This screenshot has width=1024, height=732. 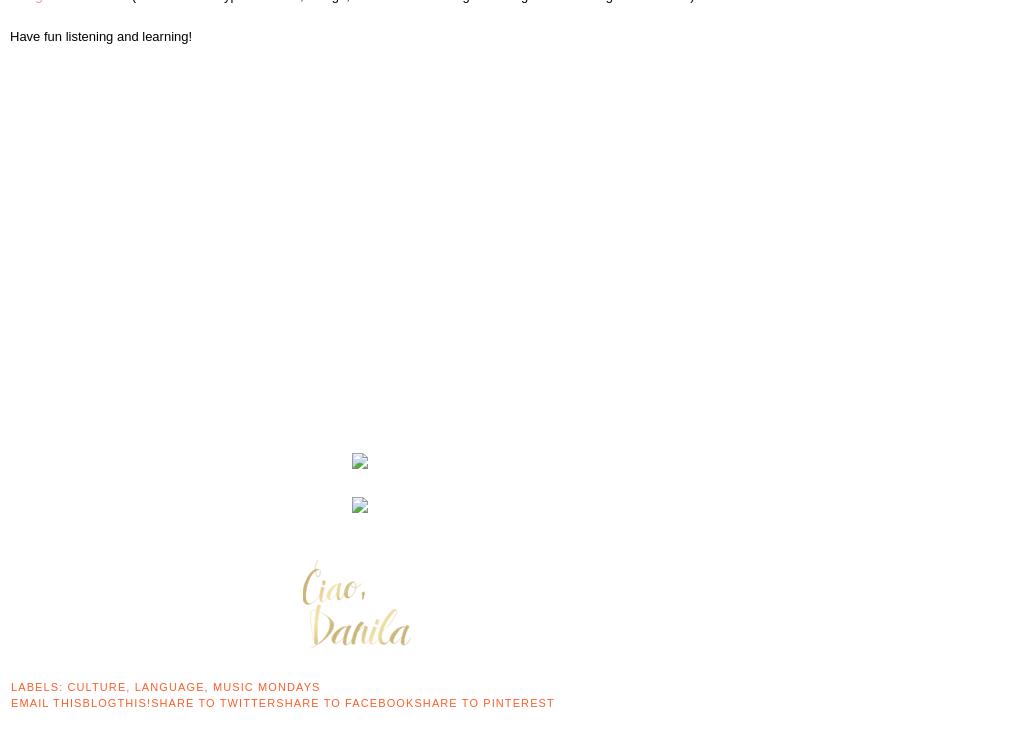 I want to click on 'Share to Facebook', so click(x=344, y=701).